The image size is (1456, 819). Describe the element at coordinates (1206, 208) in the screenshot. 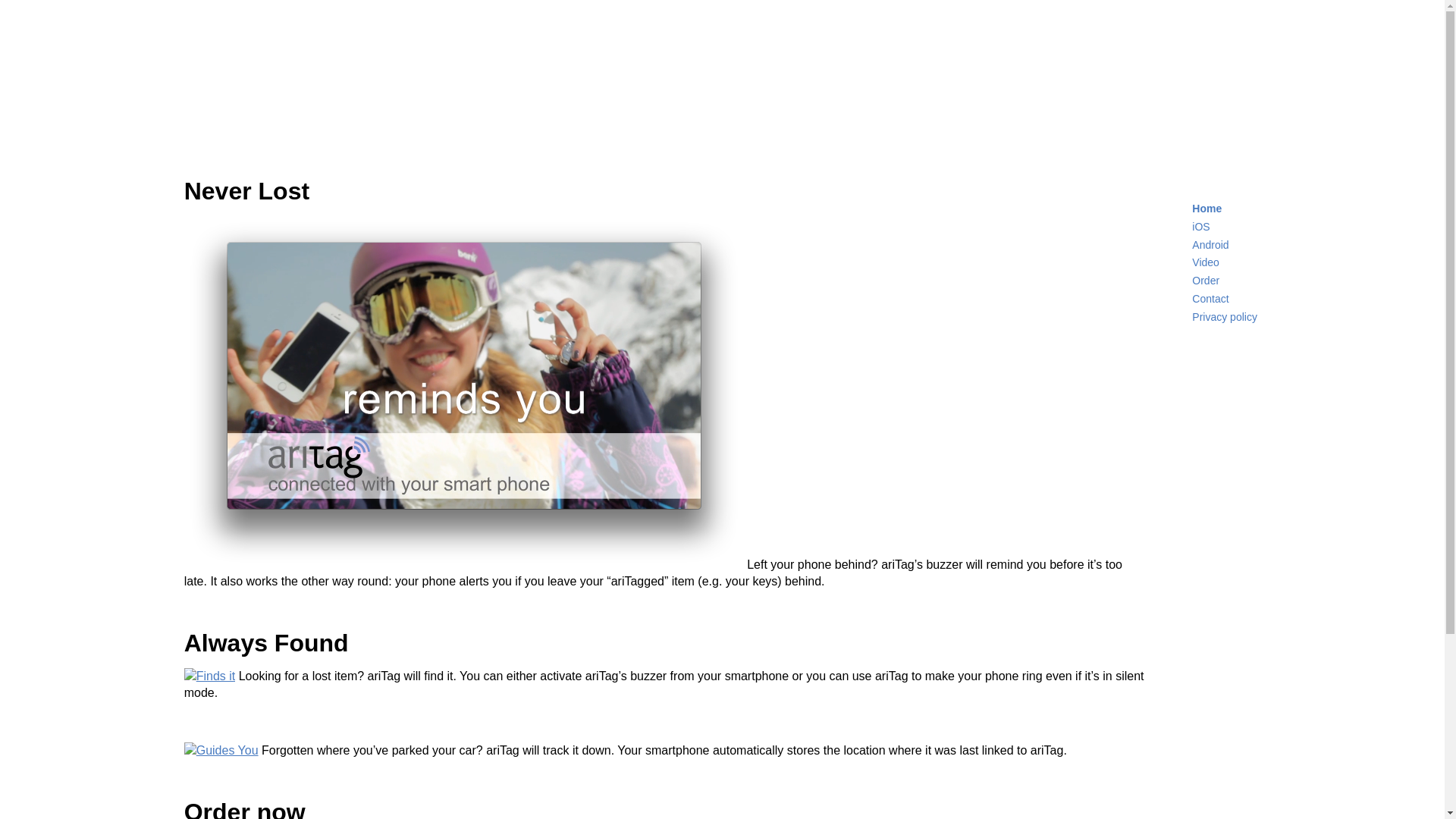

I see `'Home'` at that location.